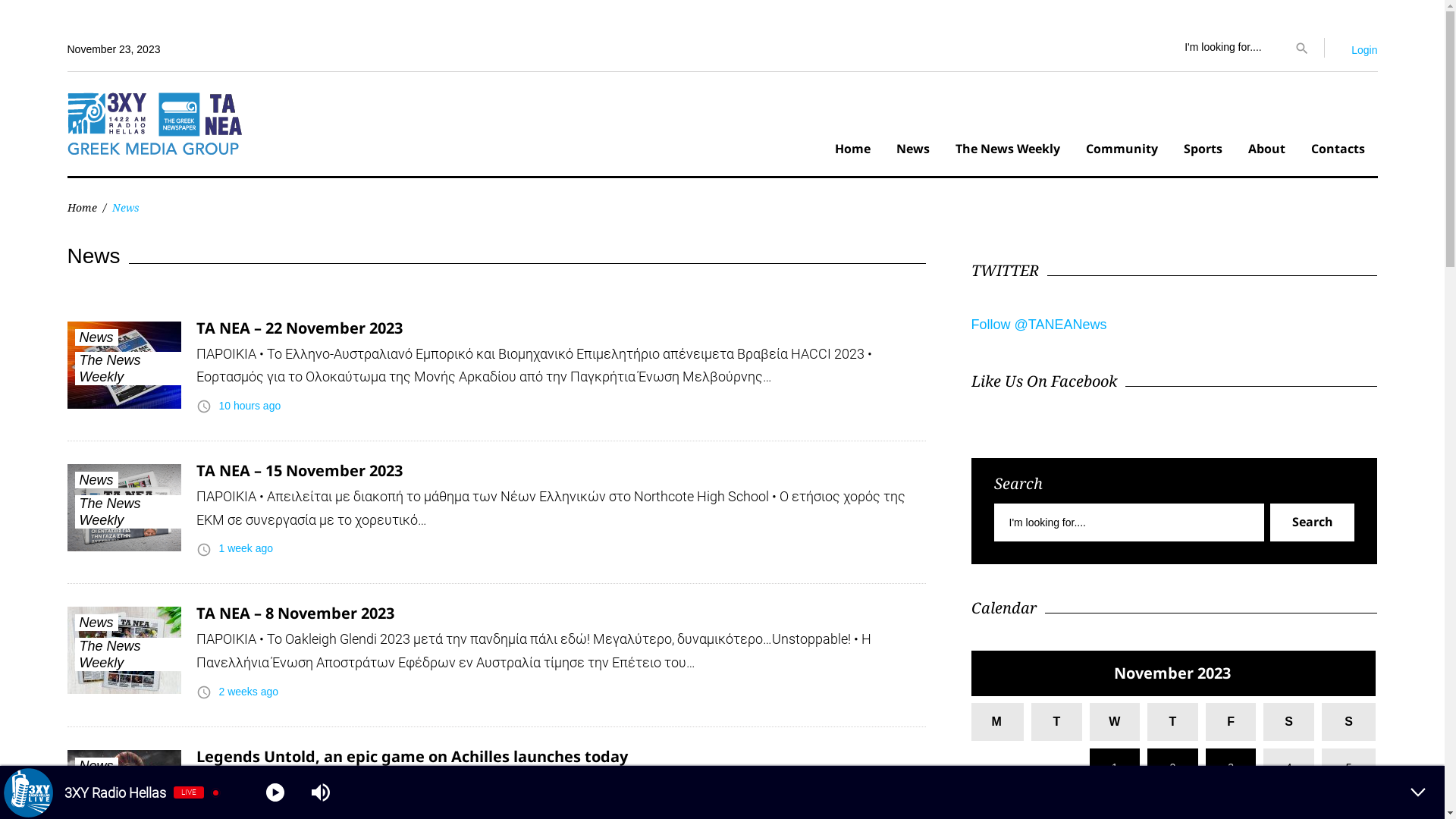  What do you see at coordinates (1338, 151) in the screenshot?
I see `'Contacts'` at bounding box center [1338, 151].